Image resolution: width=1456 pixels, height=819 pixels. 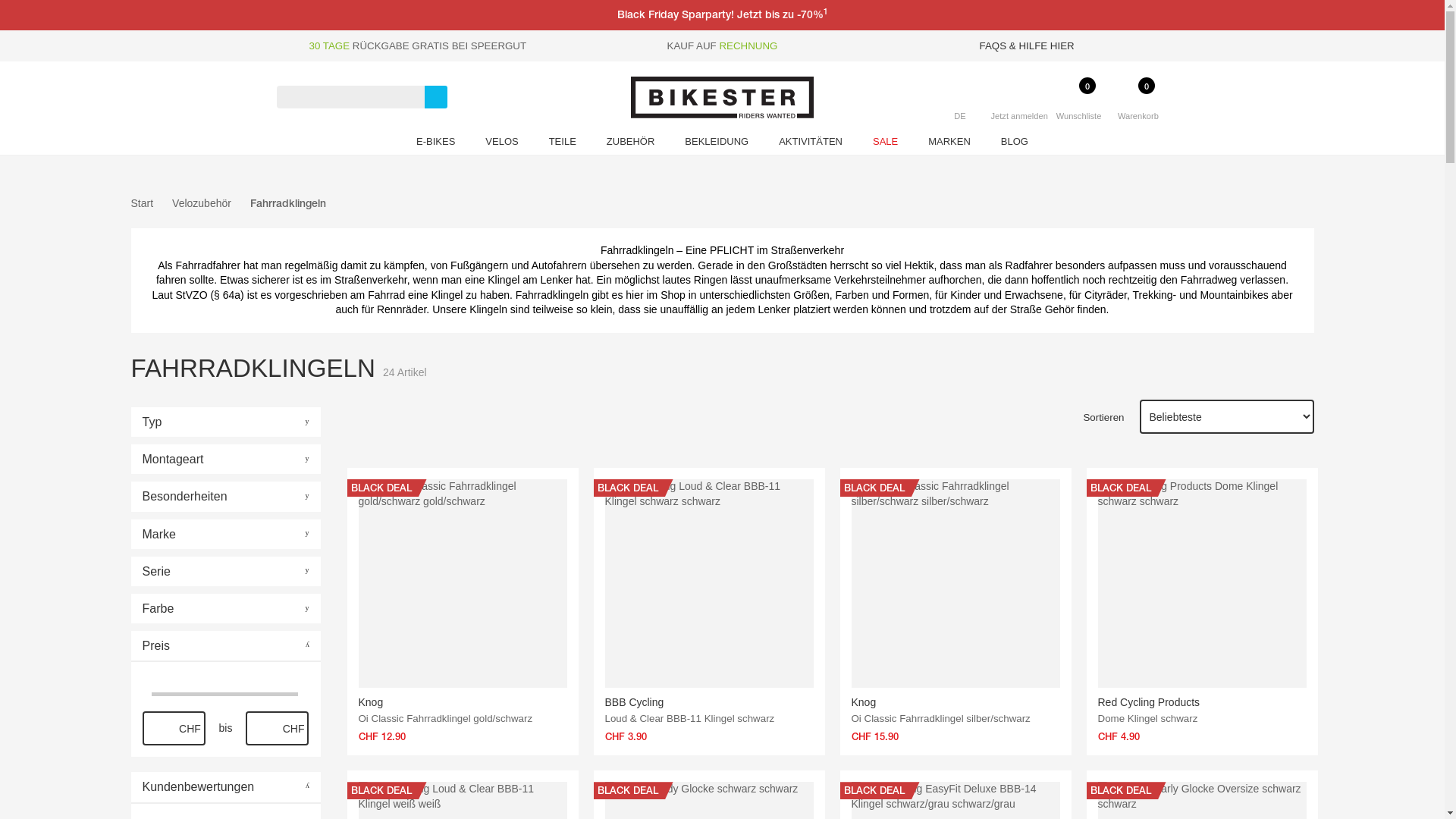 What do you see at coordinates (1109, 111) in the screenshot?
I see `'0` at bounding box center [1109, 111].